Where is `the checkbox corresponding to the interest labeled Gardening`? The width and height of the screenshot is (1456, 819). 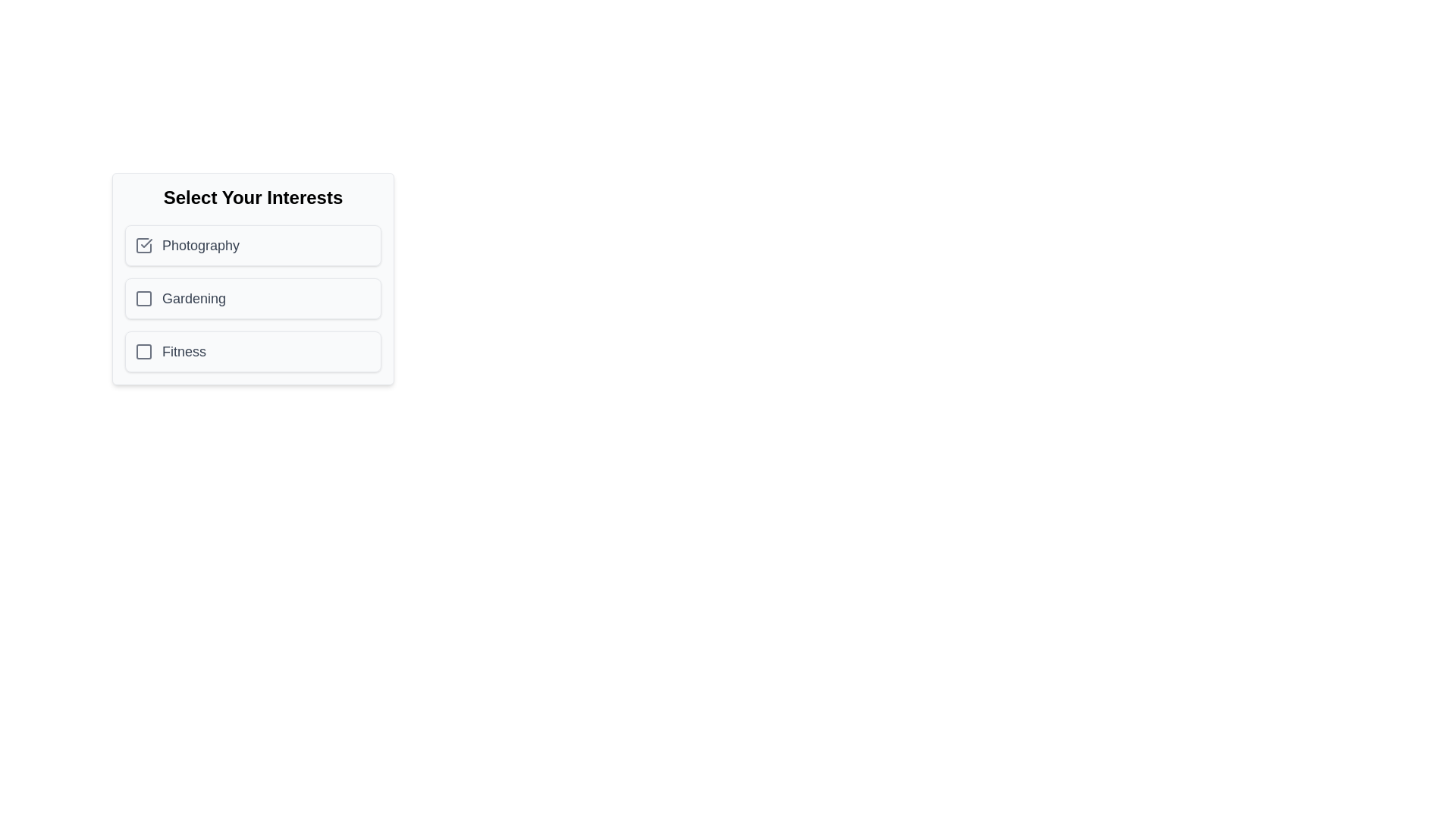 the checkbox corresponding to the interest labeled Gardening is located at coordinates (144, 298).